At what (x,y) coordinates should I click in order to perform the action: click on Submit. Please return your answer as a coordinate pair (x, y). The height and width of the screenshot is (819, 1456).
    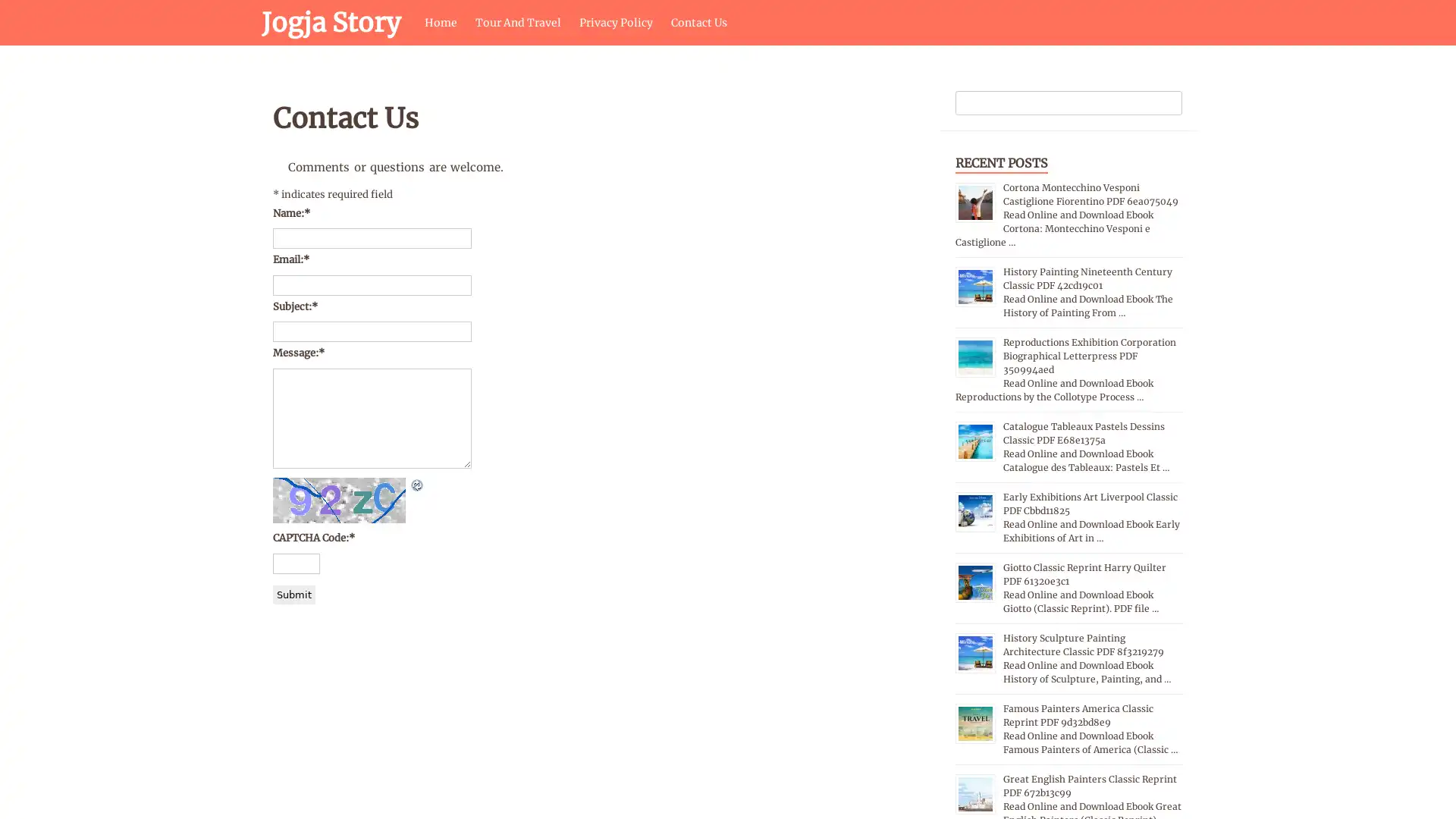
    Looking at the image, I should click on (294, 593).